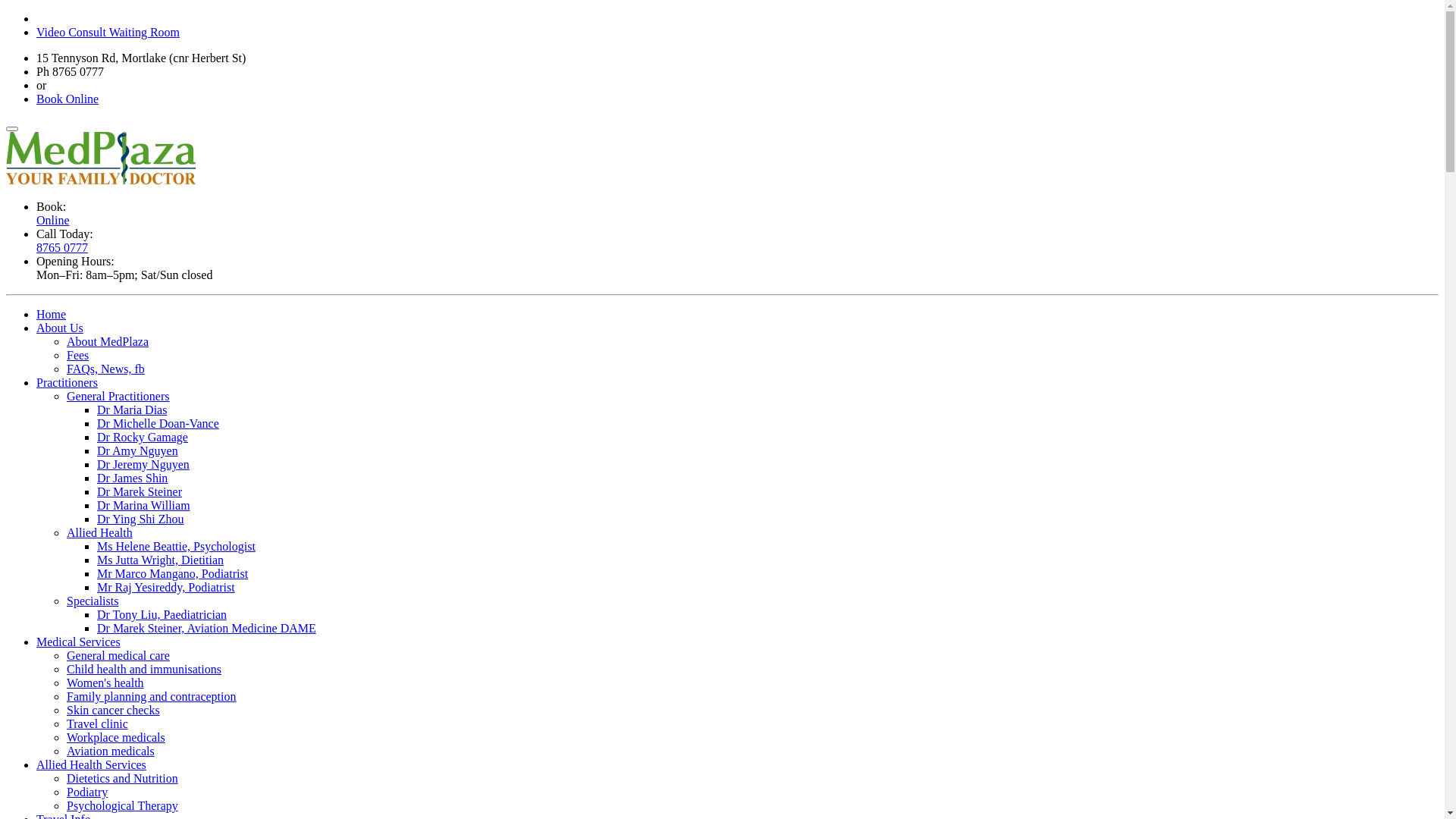 The width and height of the screenshot is (1456, 819). I want to click on 'Dr Marek Steiner, Aviation Medicine DAME', so click(206, 628).